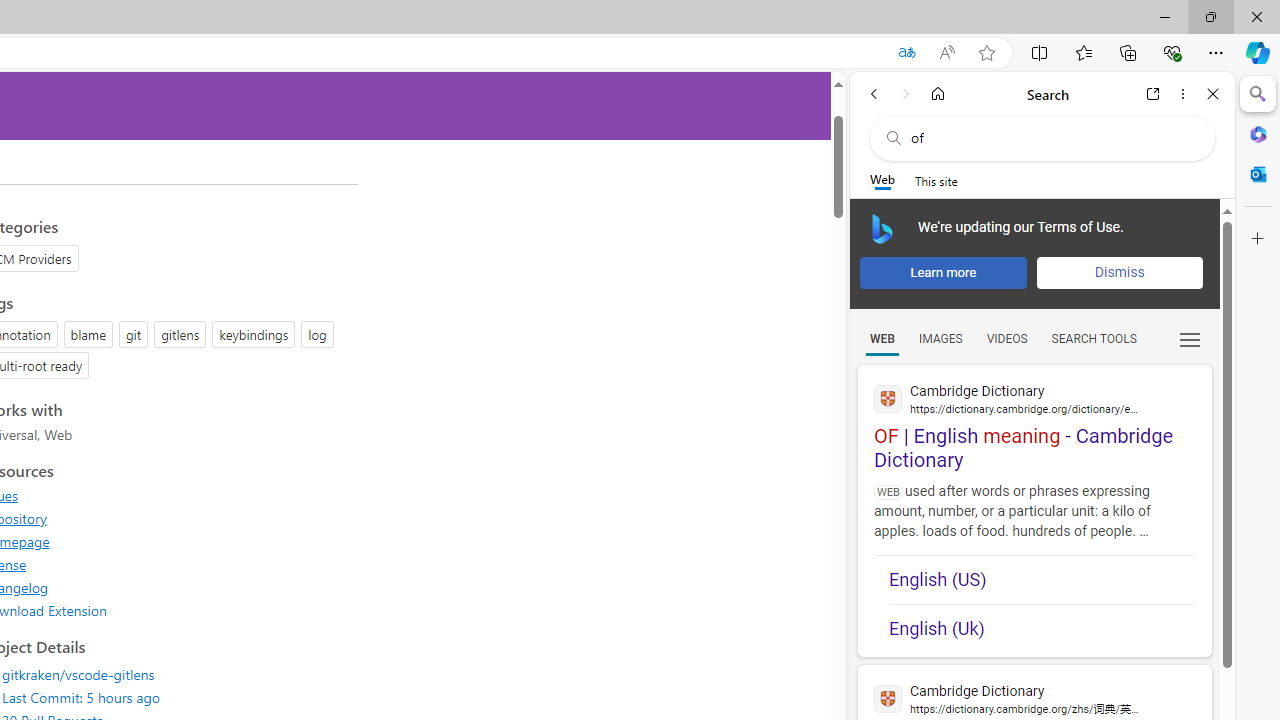 The image size is (1280, 720). I want to click on 'Search Filter, VIDEOS', so click(1006, 338).